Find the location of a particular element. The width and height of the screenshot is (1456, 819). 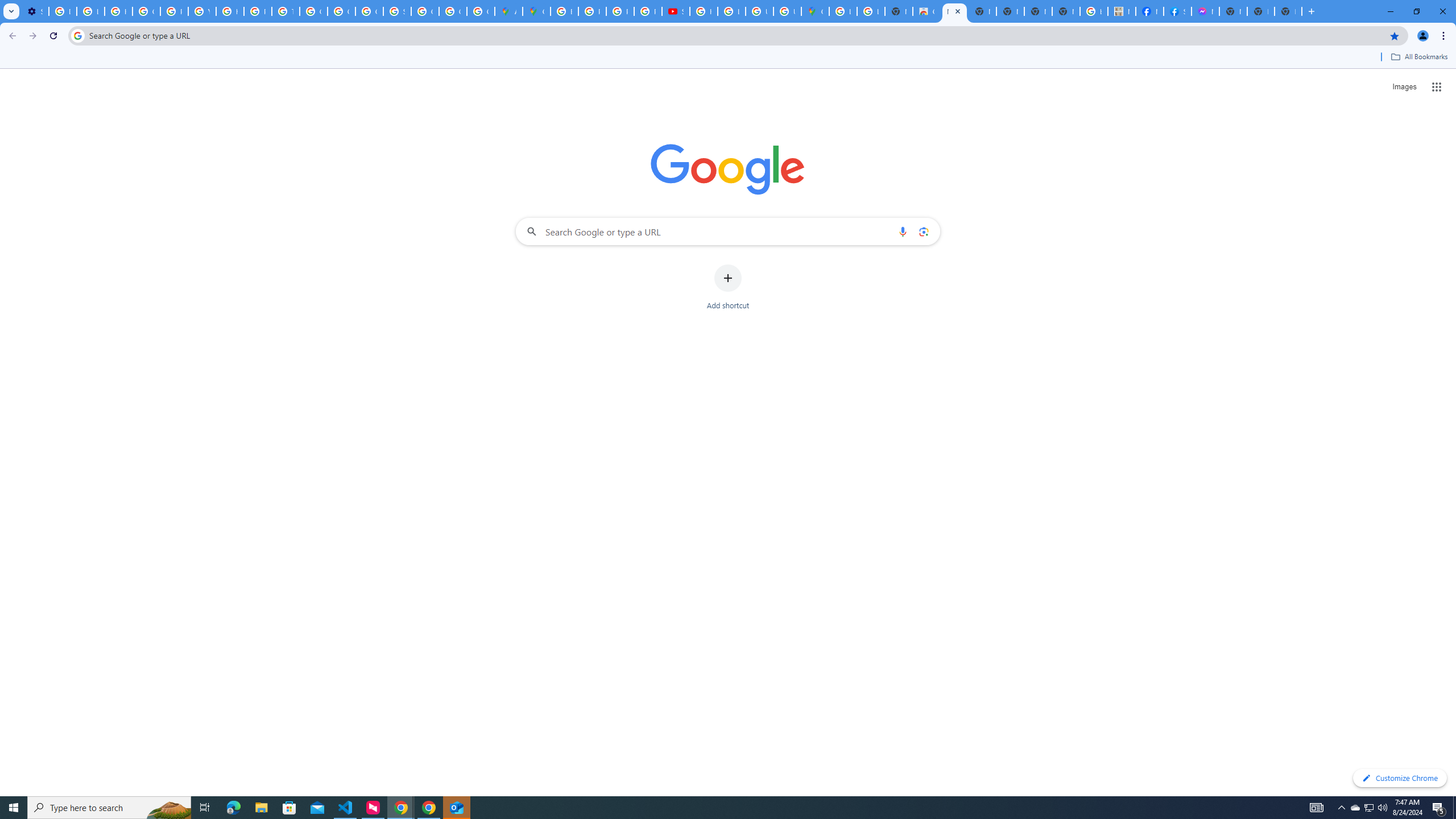

'Sign Up for Facebook' is located at coordinates (1177, 11).